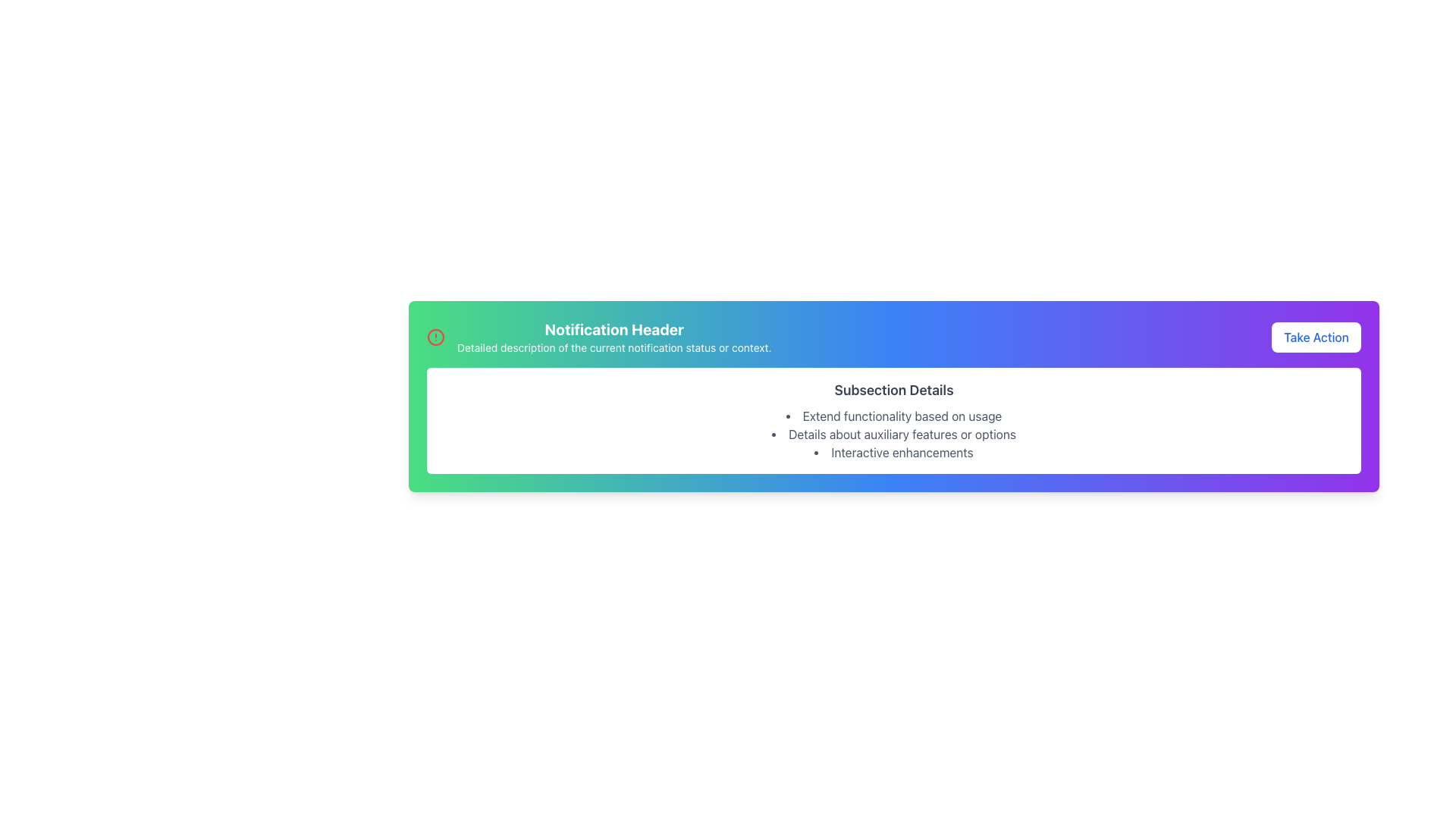  Describe the element at coordinates (614, 348) in the screenshot. I see `the text that provides detailed information regarding the notification status, located directly beneath the 'Notification Header'` at that location.